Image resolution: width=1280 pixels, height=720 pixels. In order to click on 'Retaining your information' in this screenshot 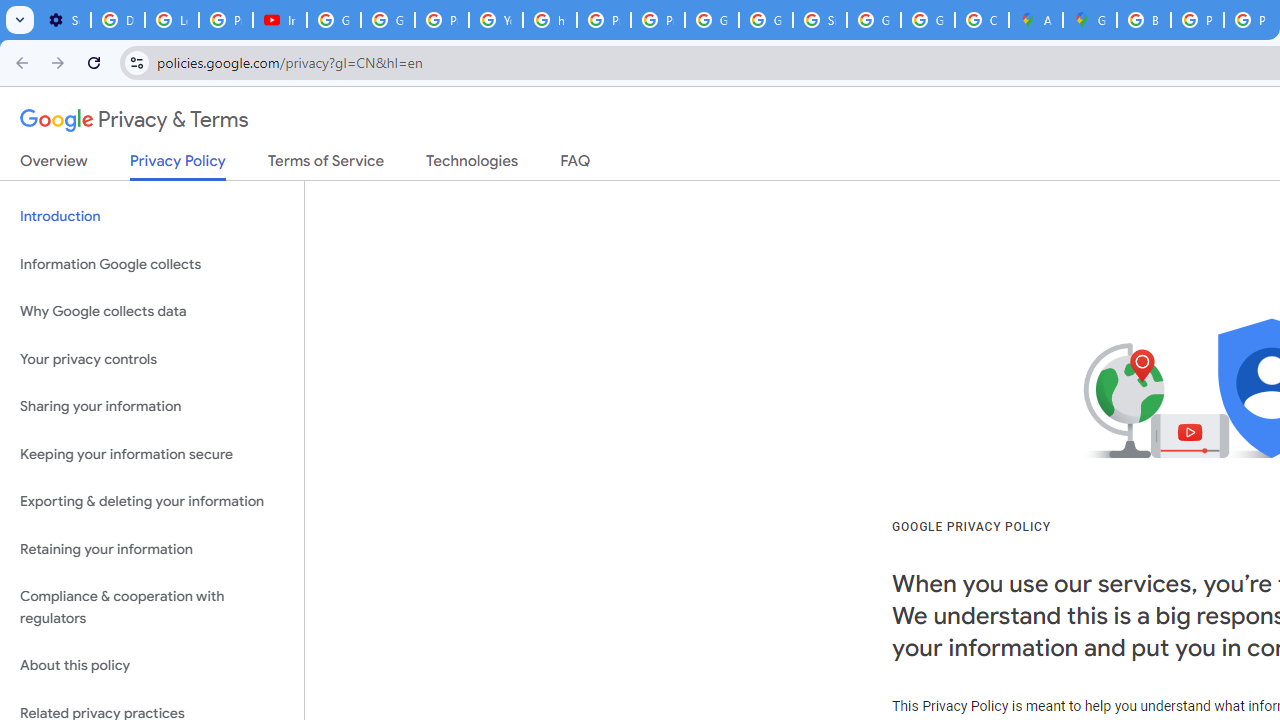, I will do `click(151, 549)`.